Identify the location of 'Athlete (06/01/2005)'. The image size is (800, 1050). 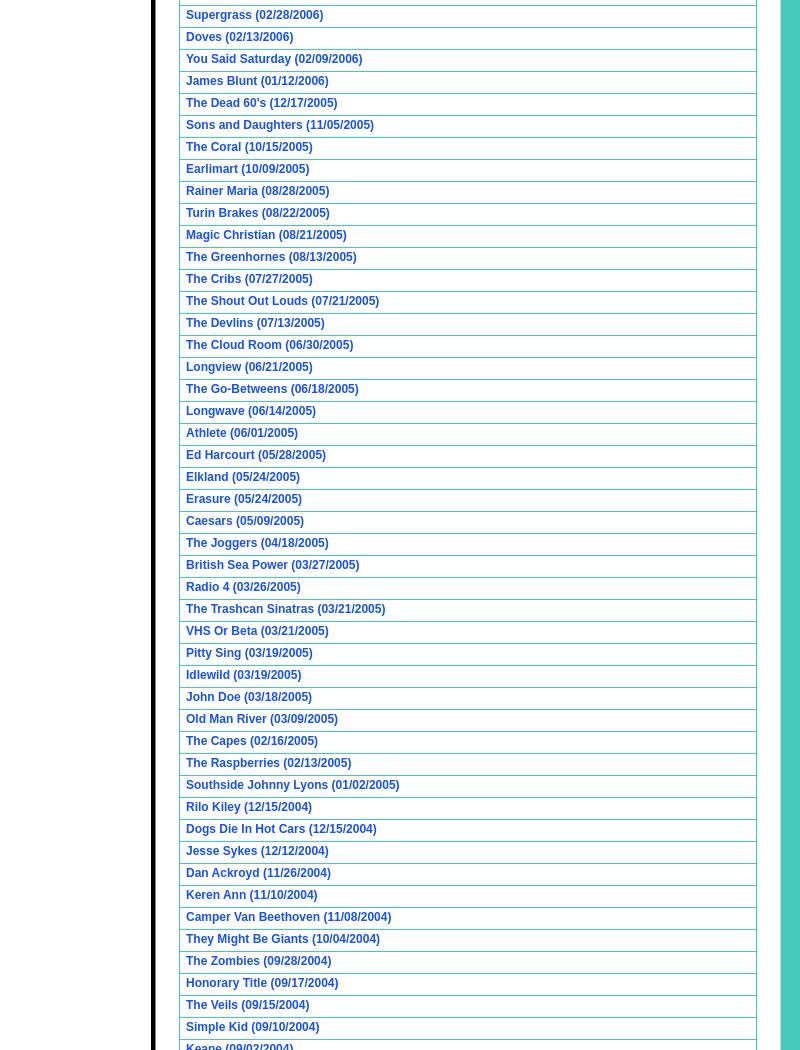
(241, 432).